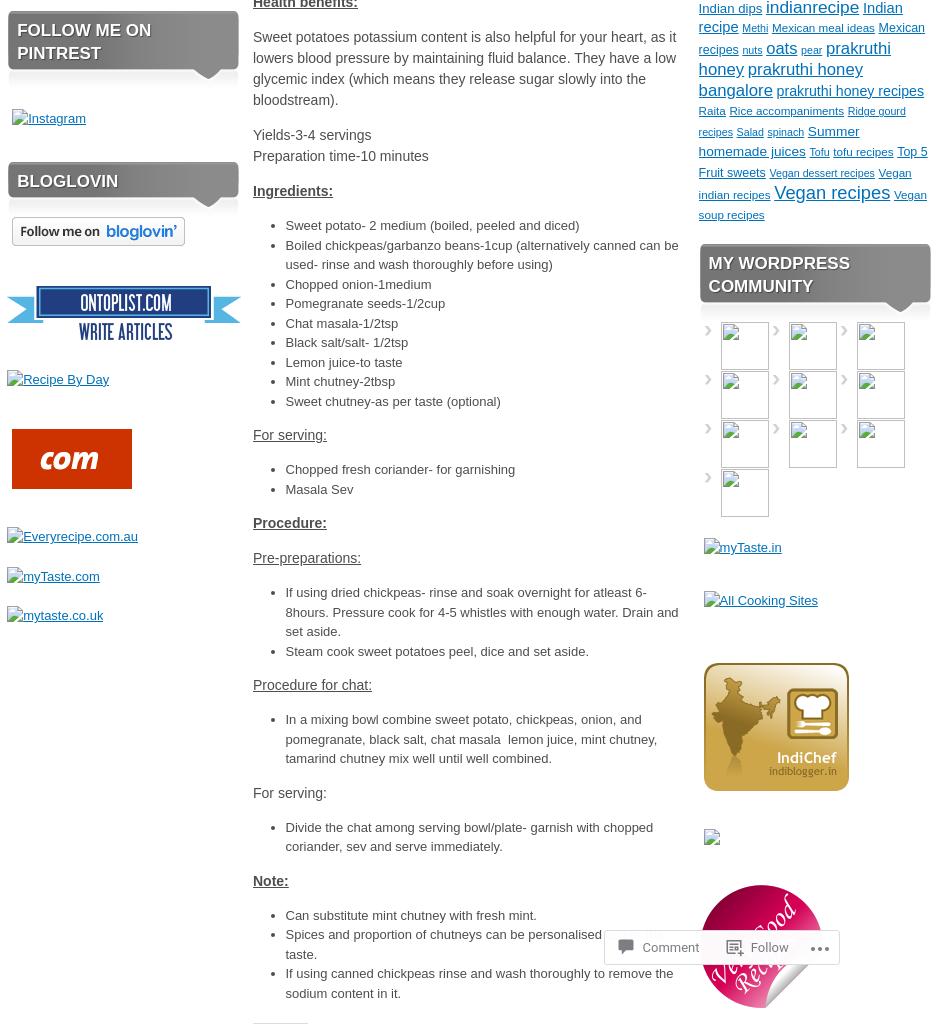 This screenshot has height=1025, width=940. What do you see at coordinates (751, 47) in the screenshot?
I see `'nuts'` at bounding box center [751, 47].